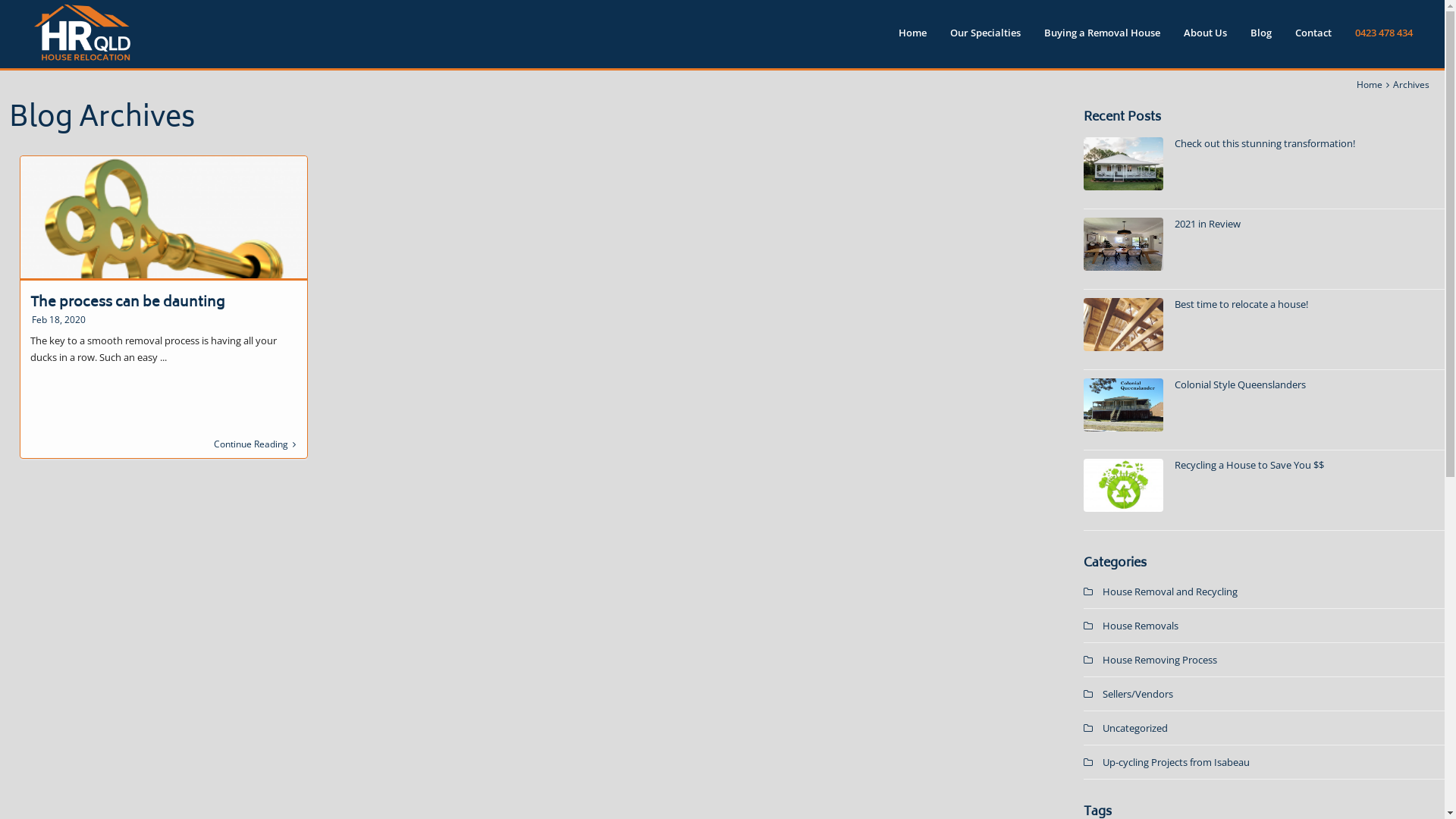 Image resolution: width=1456 pixels, height=819 pixels. Describe the element at coordinates (1369, 84) in the screenshot. I see `'Home'` at that location.